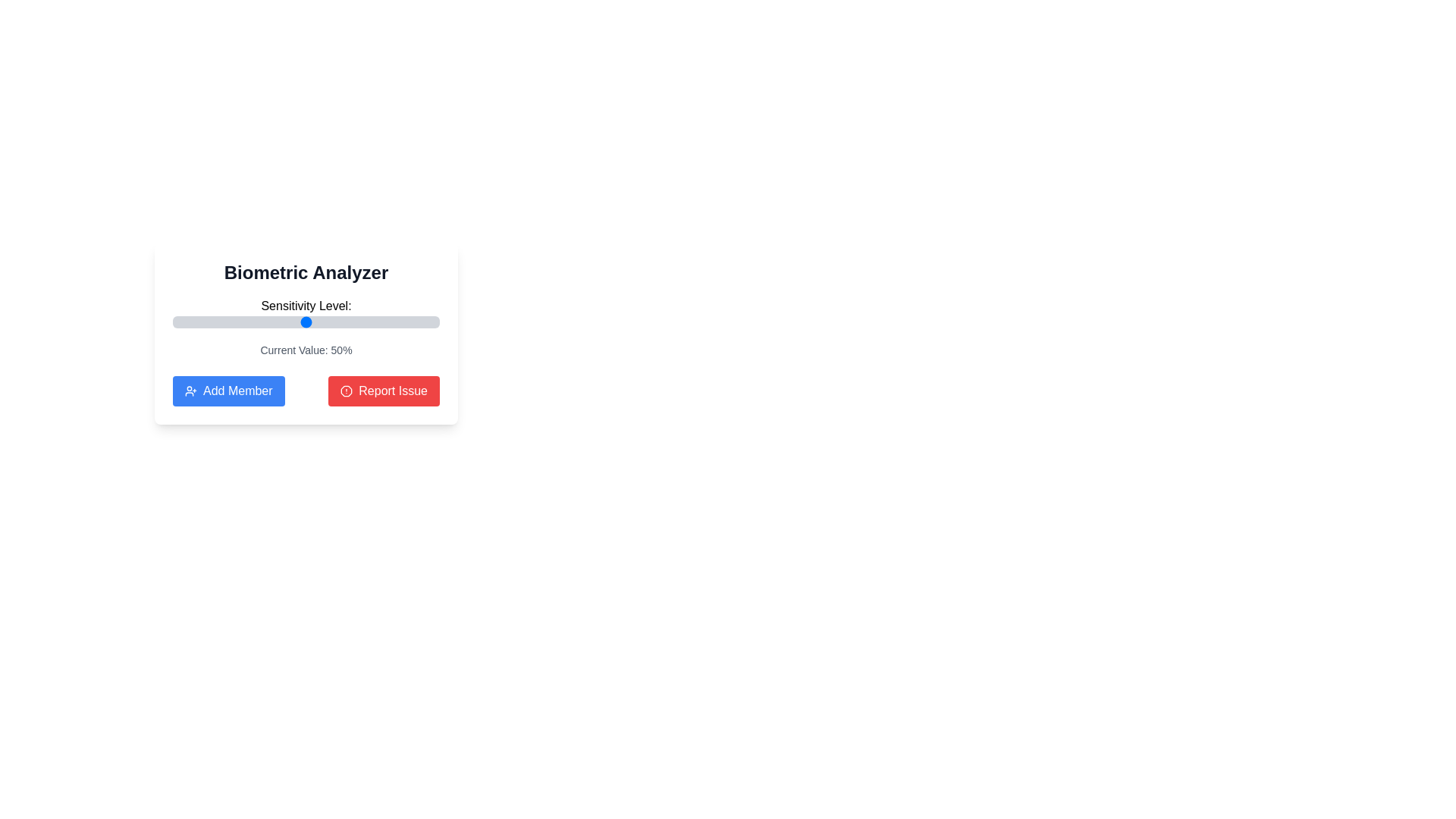 This screenshot has height=819, width=1456. Describe the element at coordinates (416, 321) in the screenshot. I see `the sensitivity level` at that location.